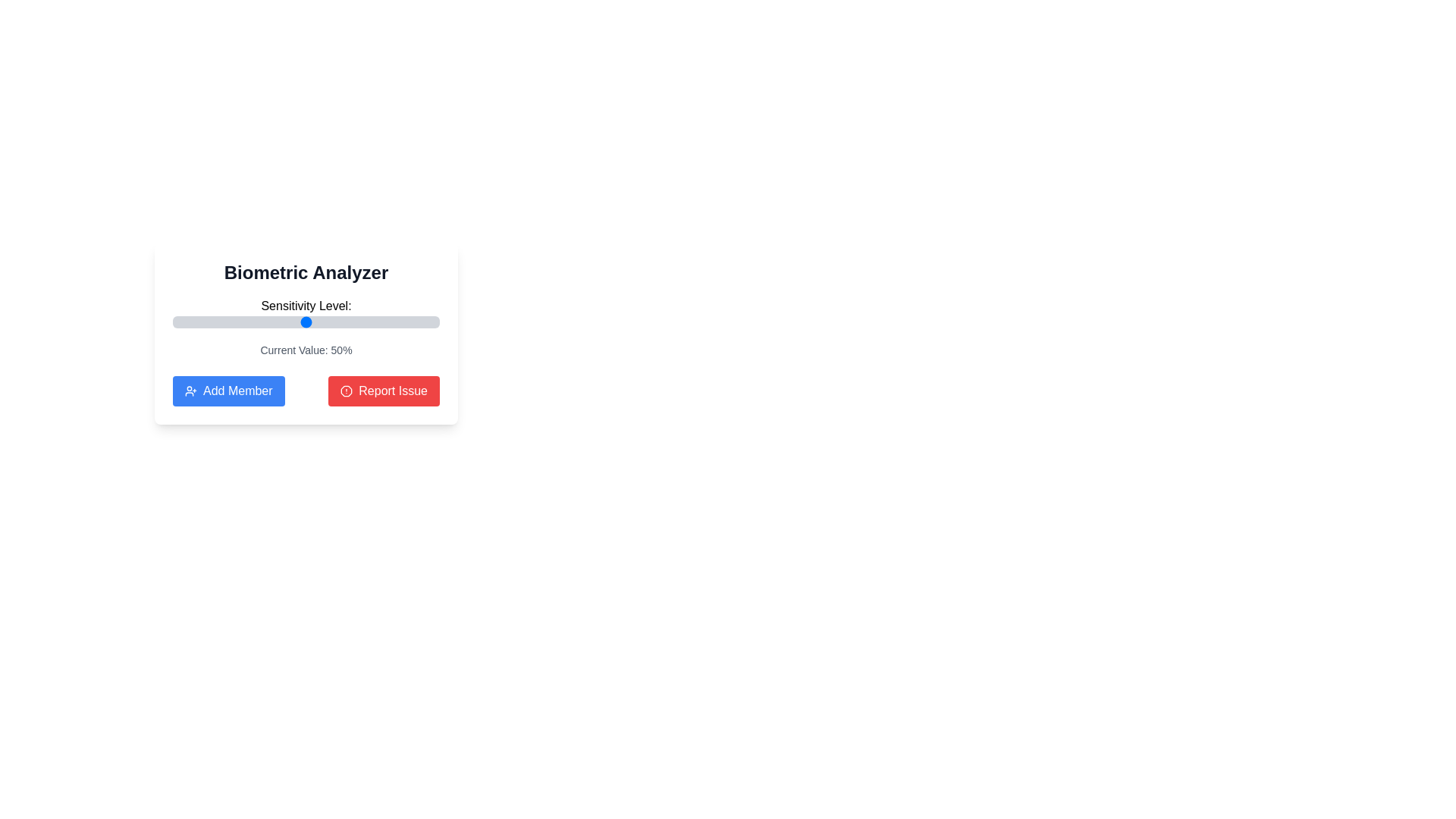 This screenshot has height=819, width=1456. Describe the element at coordinates (416, 321) in the screenshot. I see `the sensitivity level` at that location.